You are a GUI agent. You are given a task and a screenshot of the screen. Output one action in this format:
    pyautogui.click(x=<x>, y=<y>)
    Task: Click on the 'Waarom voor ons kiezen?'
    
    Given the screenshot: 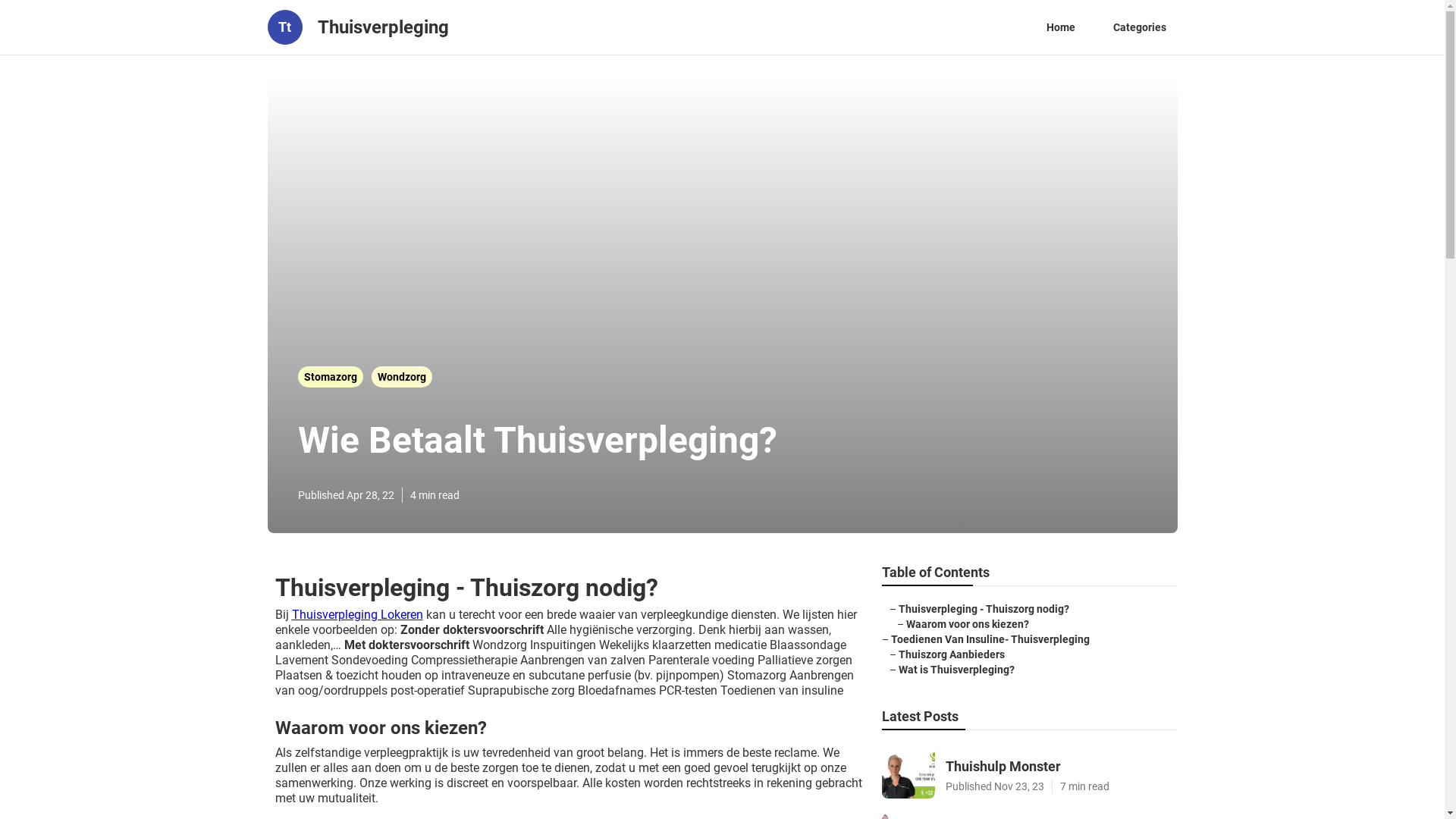 What is the action you would take?
    pyautogui.click(x=966, y=623)
    